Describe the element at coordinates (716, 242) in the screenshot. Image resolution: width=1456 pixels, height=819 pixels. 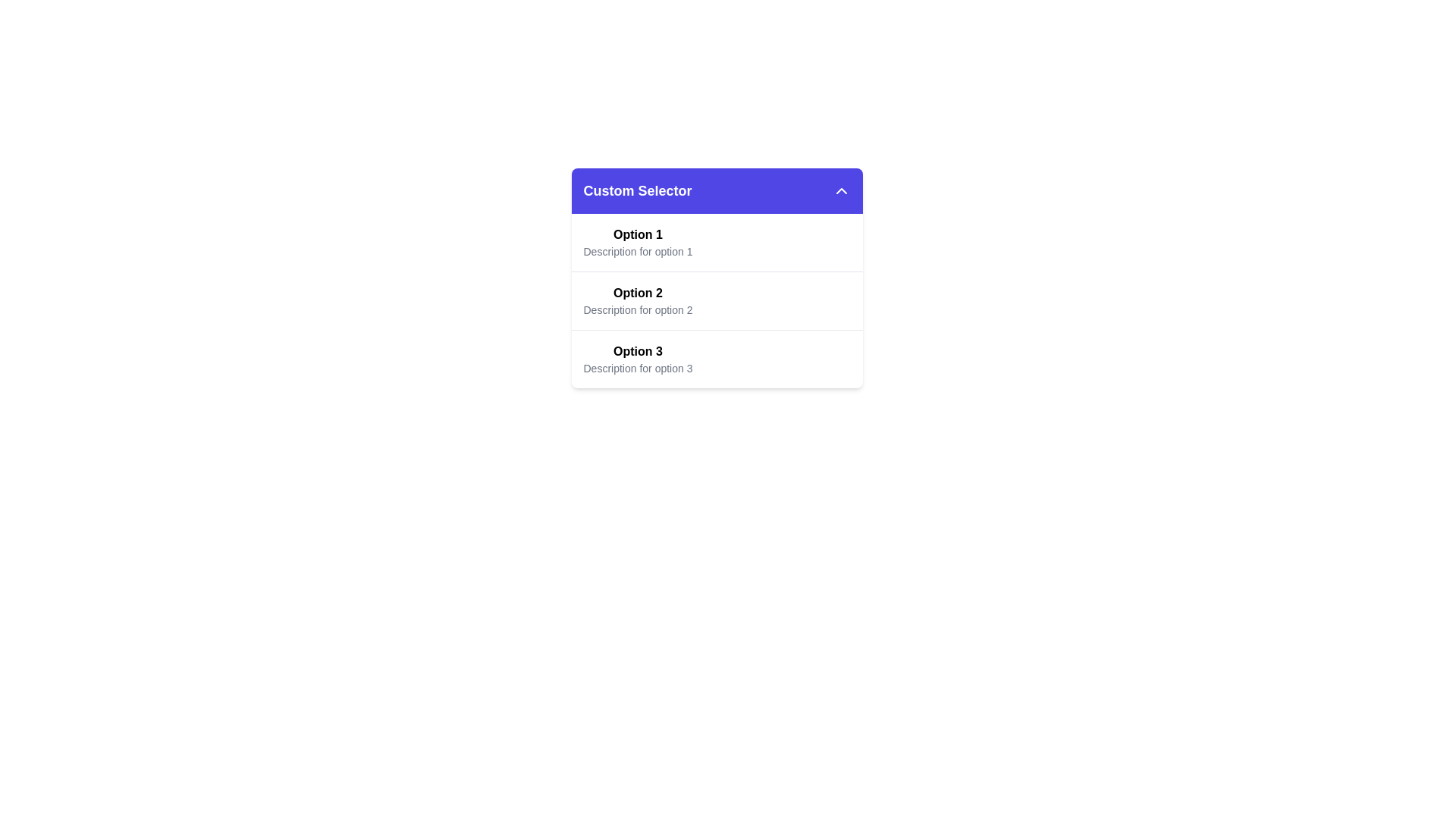
I see `the first selectable list item titled 'Option 1' with the description 'Description for option 1'` at that location.